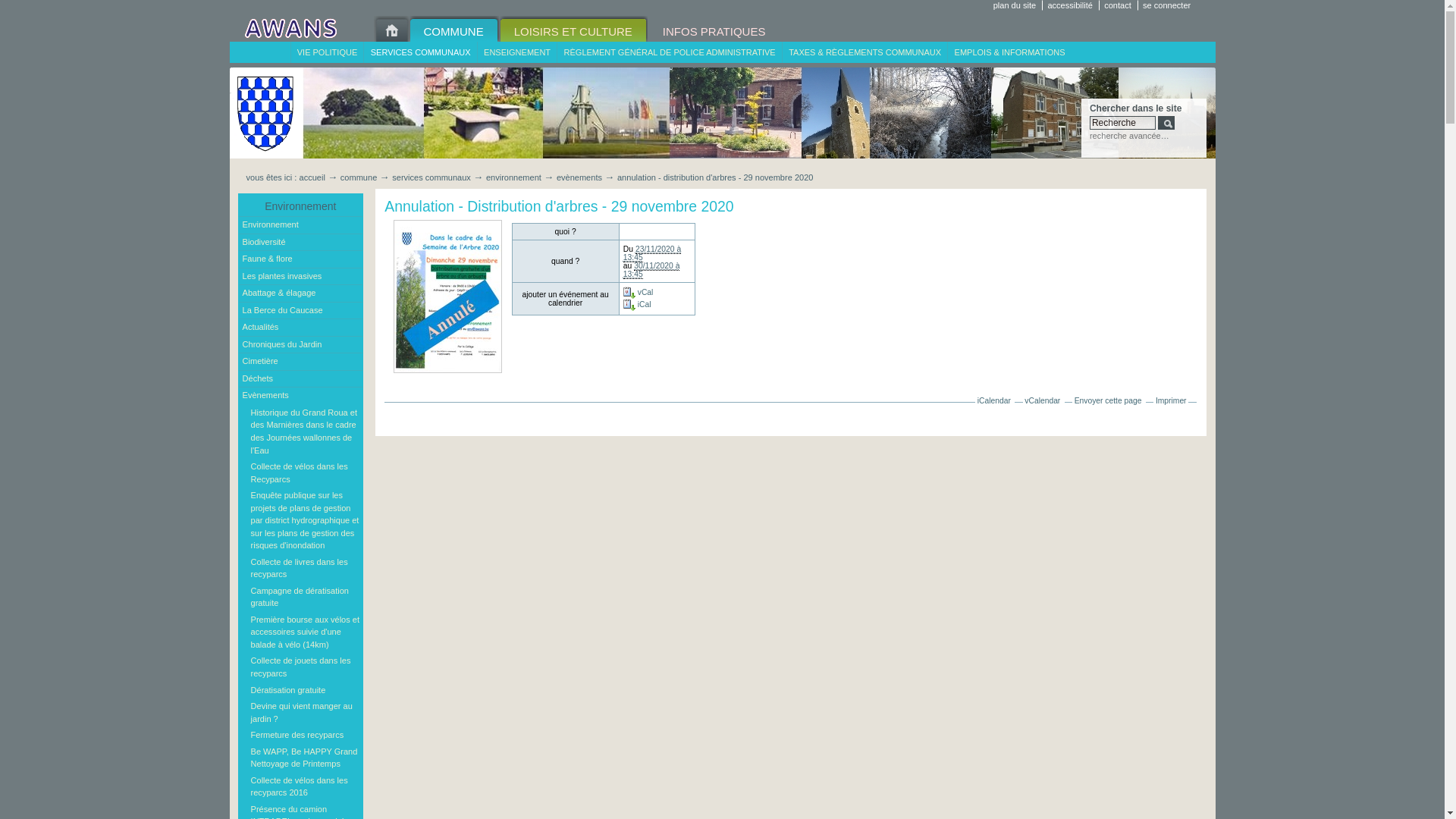 This screenshot has height=819, width=1456. What do you see at coordinates (1103, 5) in the screenshot?
I see `'contact'` at bounding box center [1103, 5].